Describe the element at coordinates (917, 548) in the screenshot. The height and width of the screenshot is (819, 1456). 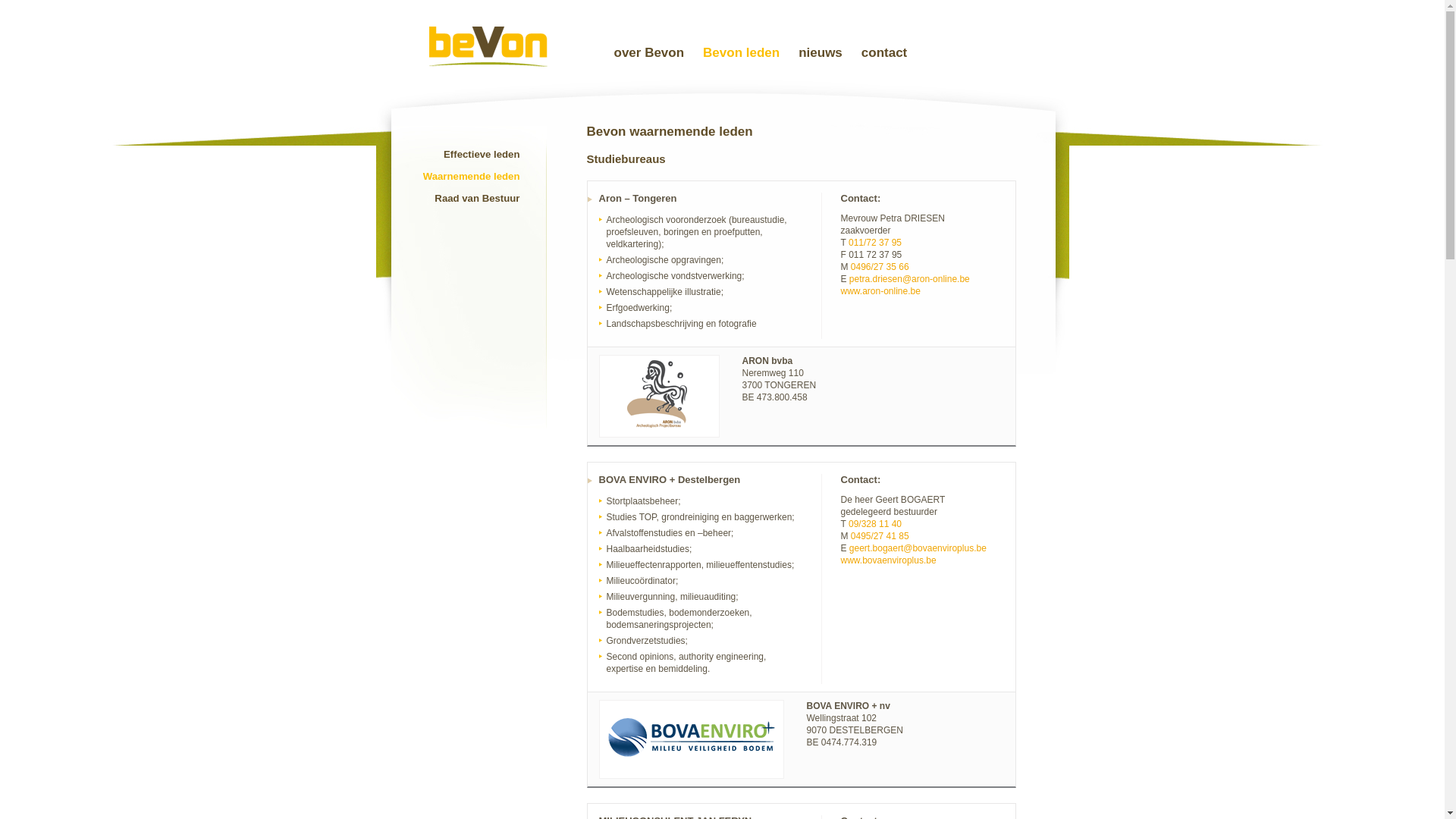
I see `'geert.bogaert@bovaenviroplus.be'` at that location.